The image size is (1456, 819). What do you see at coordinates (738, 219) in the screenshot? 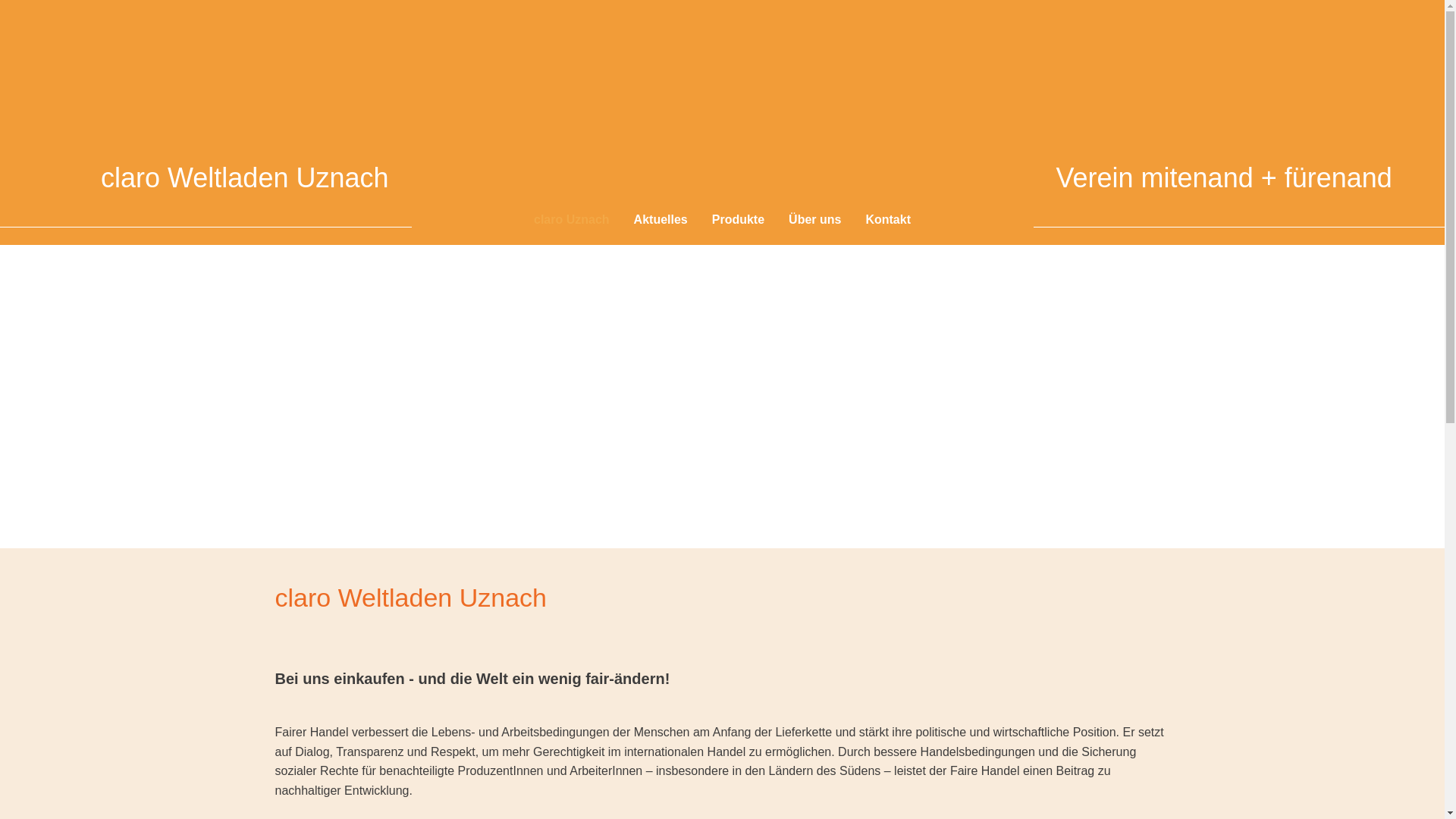
I see `'Produkte'` at bounding box center [738, 219].